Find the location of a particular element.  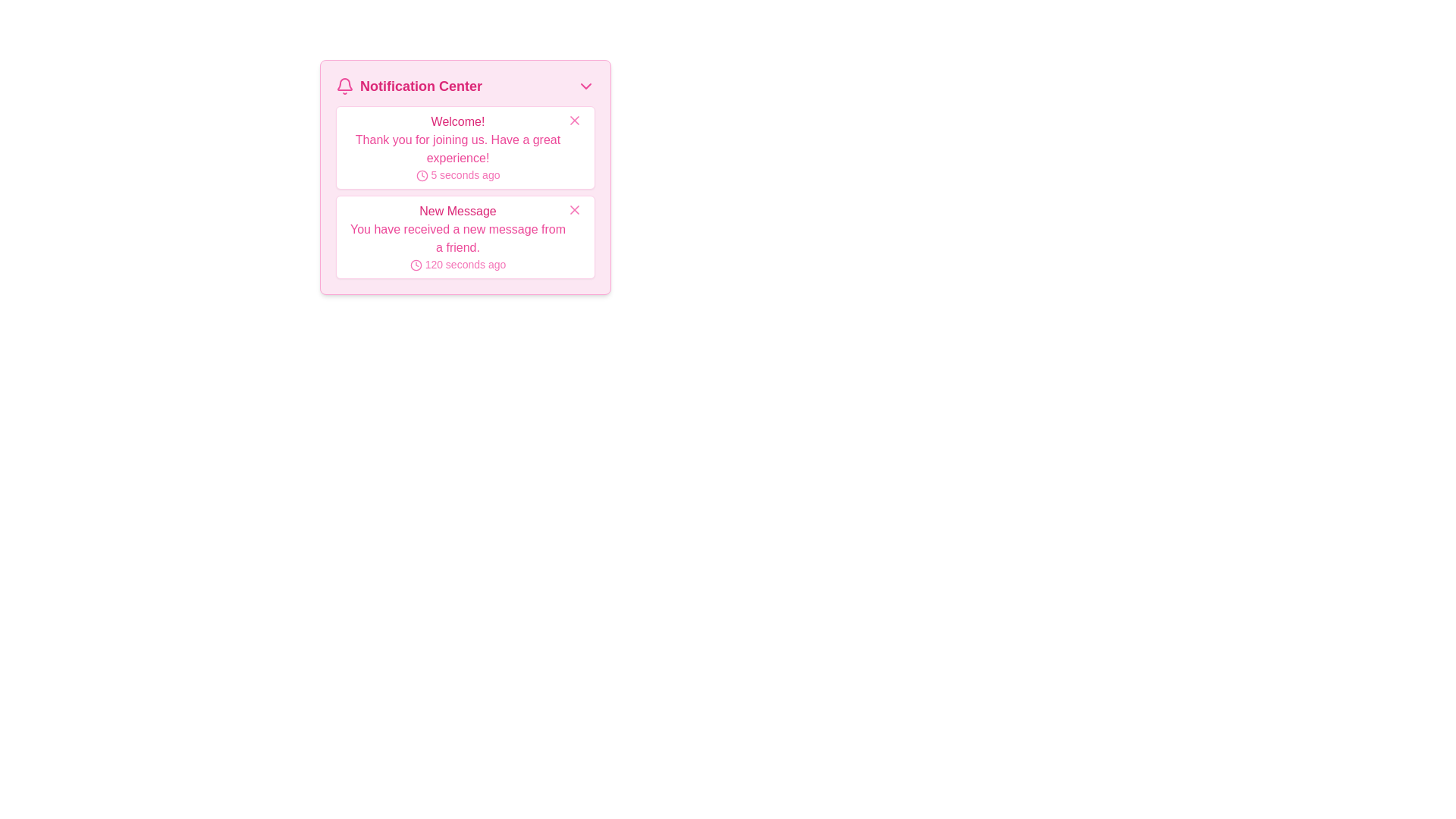

the second notification card in the Notification Center, which has a white background, a pink border, and contains the title 'New Message' is located at coordinates (465, 237).